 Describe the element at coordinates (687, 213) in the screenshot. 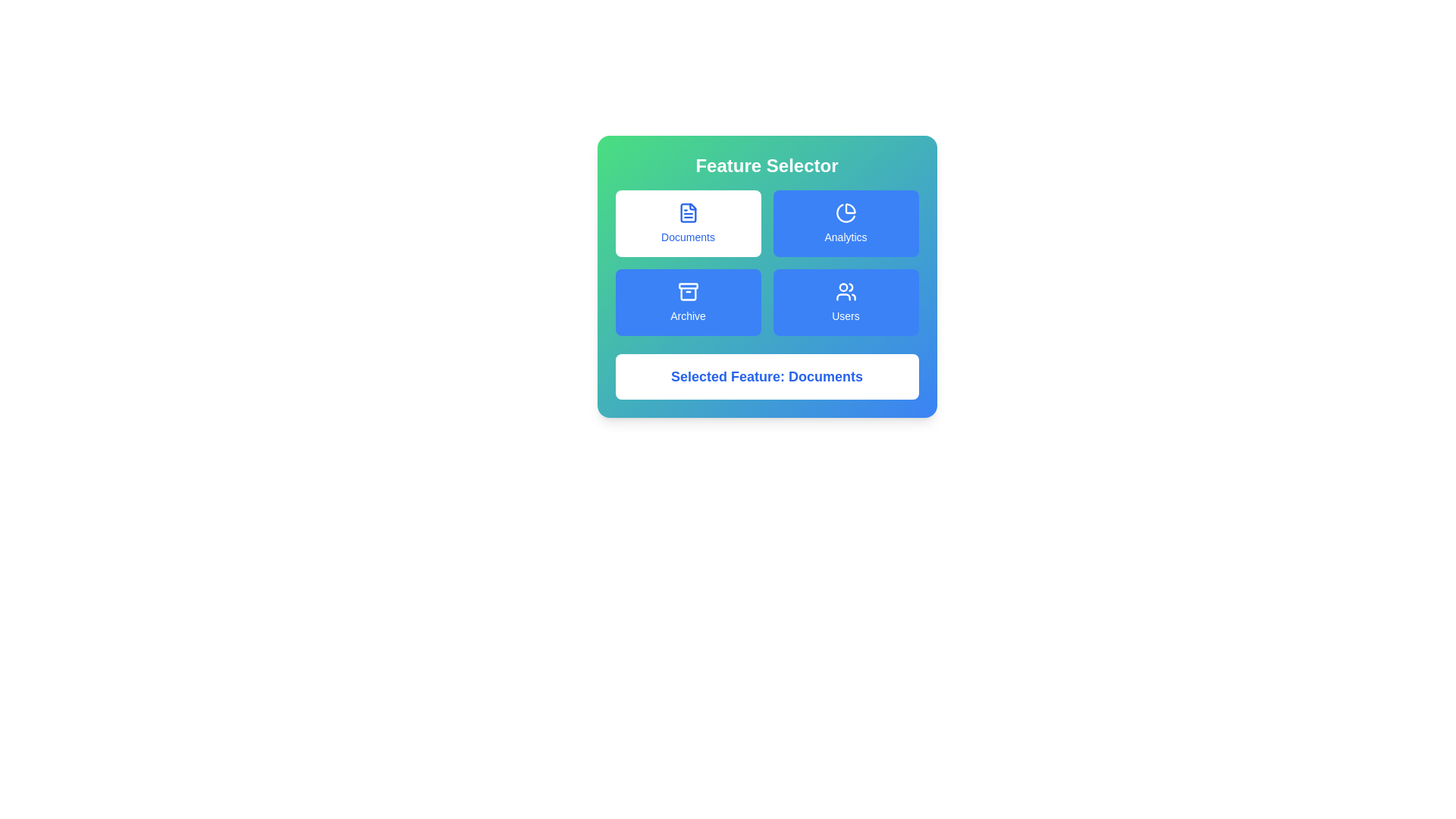

I see `the minimalistic line-art file icon located in the 'Documents' button at the top-left of the grouped buttons` at that location.